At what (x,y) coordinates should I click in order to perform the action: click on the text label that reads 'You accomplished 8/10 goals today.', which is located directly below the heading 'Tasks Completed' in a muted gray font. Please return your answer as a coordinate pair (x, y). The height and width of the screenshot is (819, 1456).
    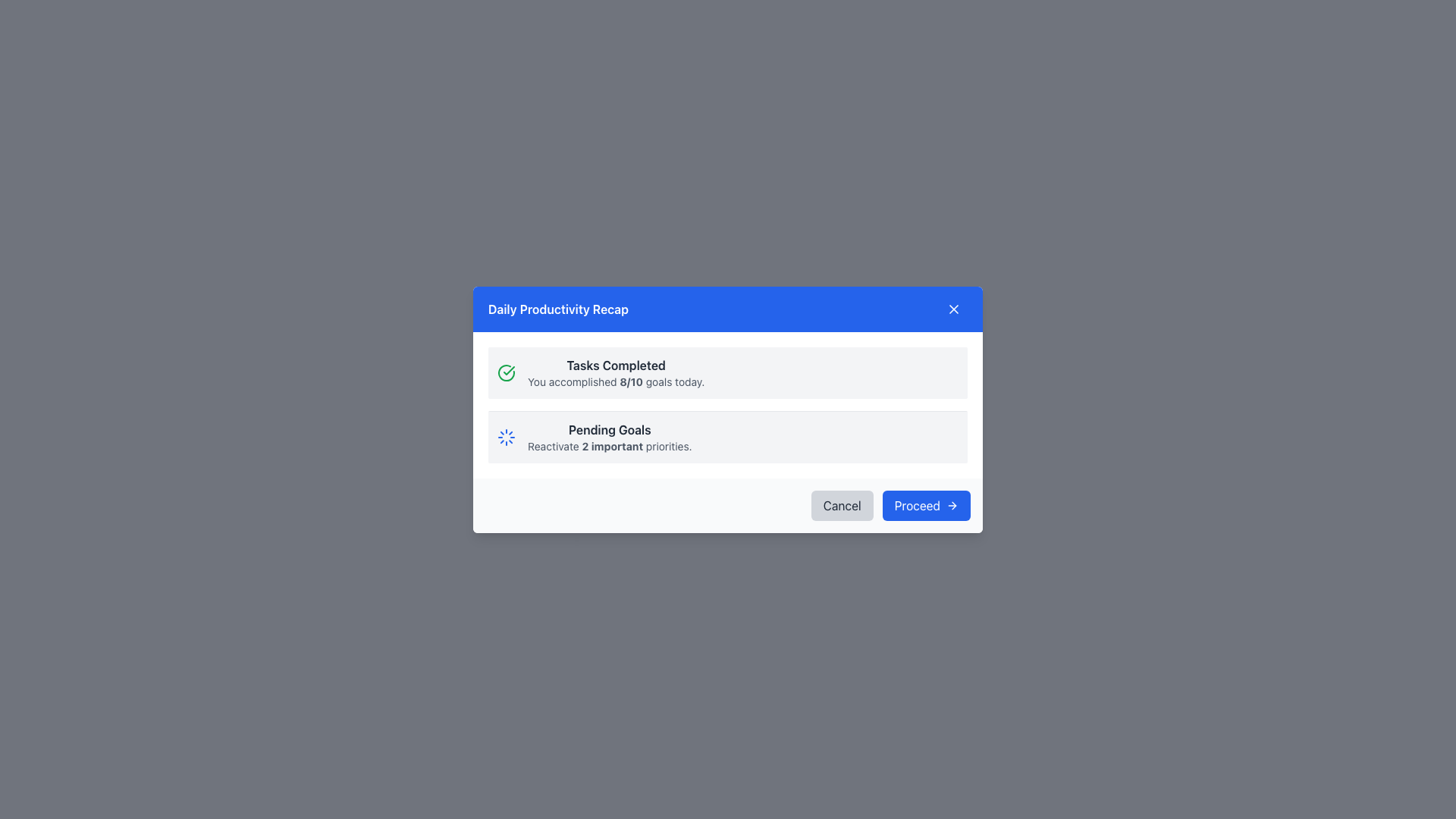
    Looking at the image, I should click on (616, 381).